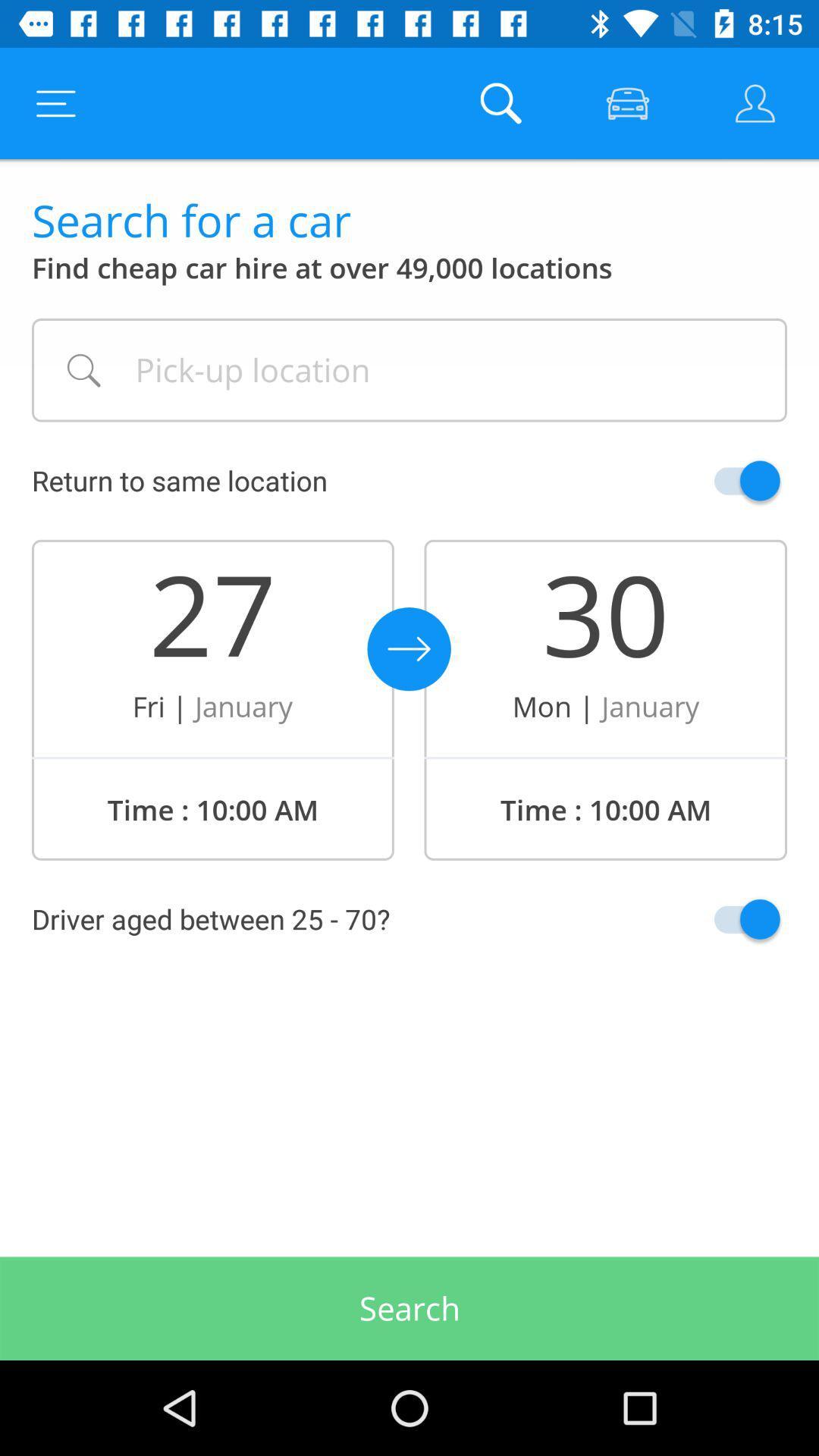 This screenshot has height=1456, width=819. What do you see at coordinates (711, 918) in the screenshot?
I see `acknowledge information` at bounding box center [711, 918].